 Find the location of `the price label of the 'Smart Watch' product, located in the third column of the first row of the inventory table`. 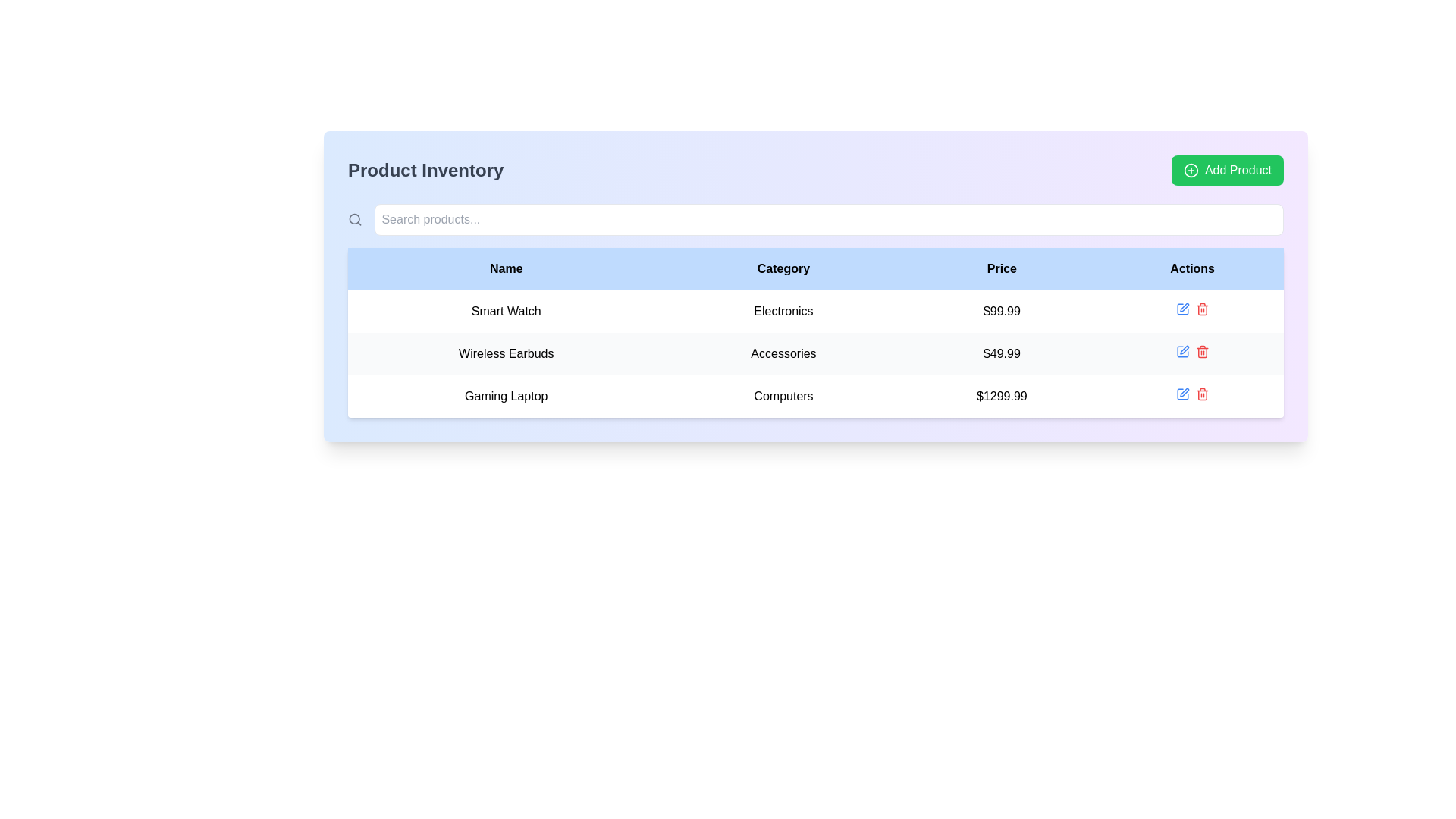

the price label of the 'Smart Watch' product, located in the third column of the first row of the inventory table is located at coordinates (1002, 311).